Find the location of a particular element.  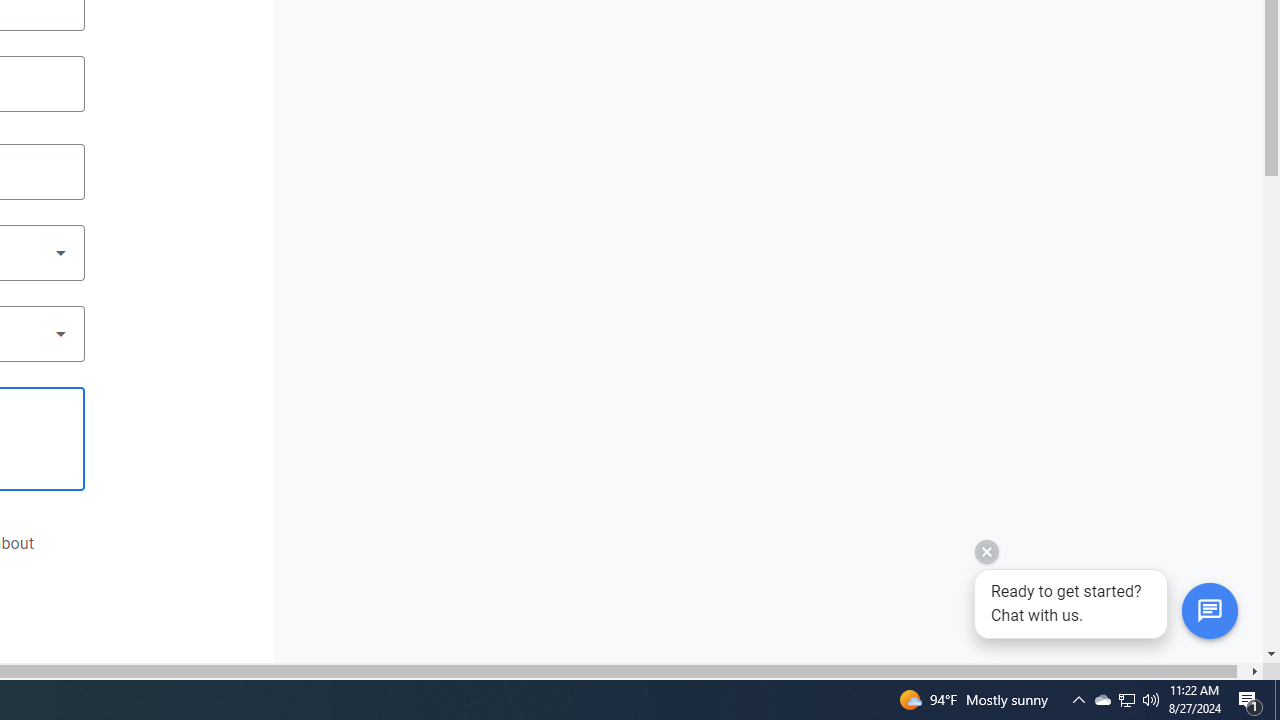

'Button to activate chat' is located at coordinates (1208, 610).